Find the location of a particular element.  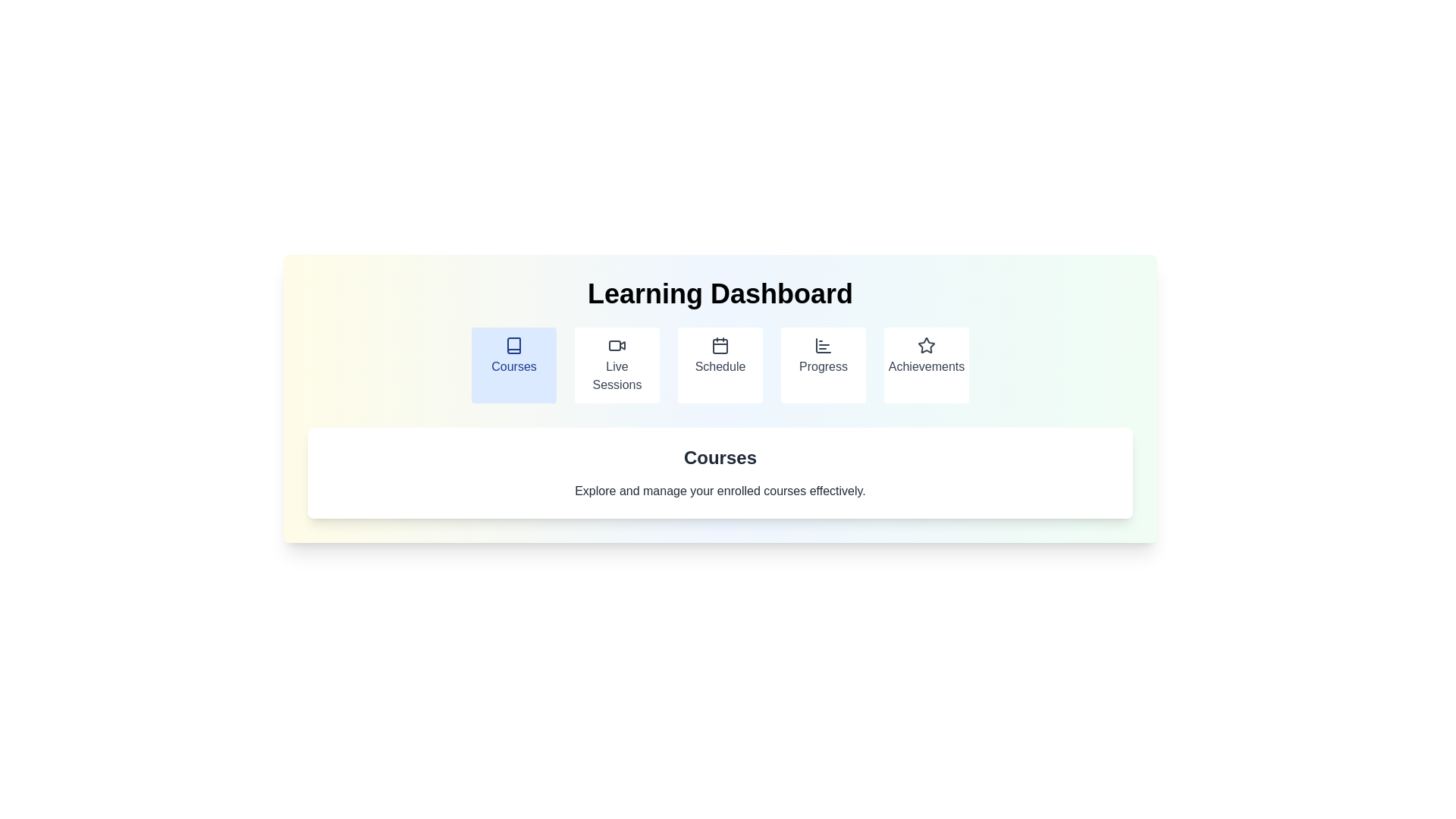

the leftmost card labeled 'Courses' in the horizontal row of navigation cards is located at coordinates (513, 345).